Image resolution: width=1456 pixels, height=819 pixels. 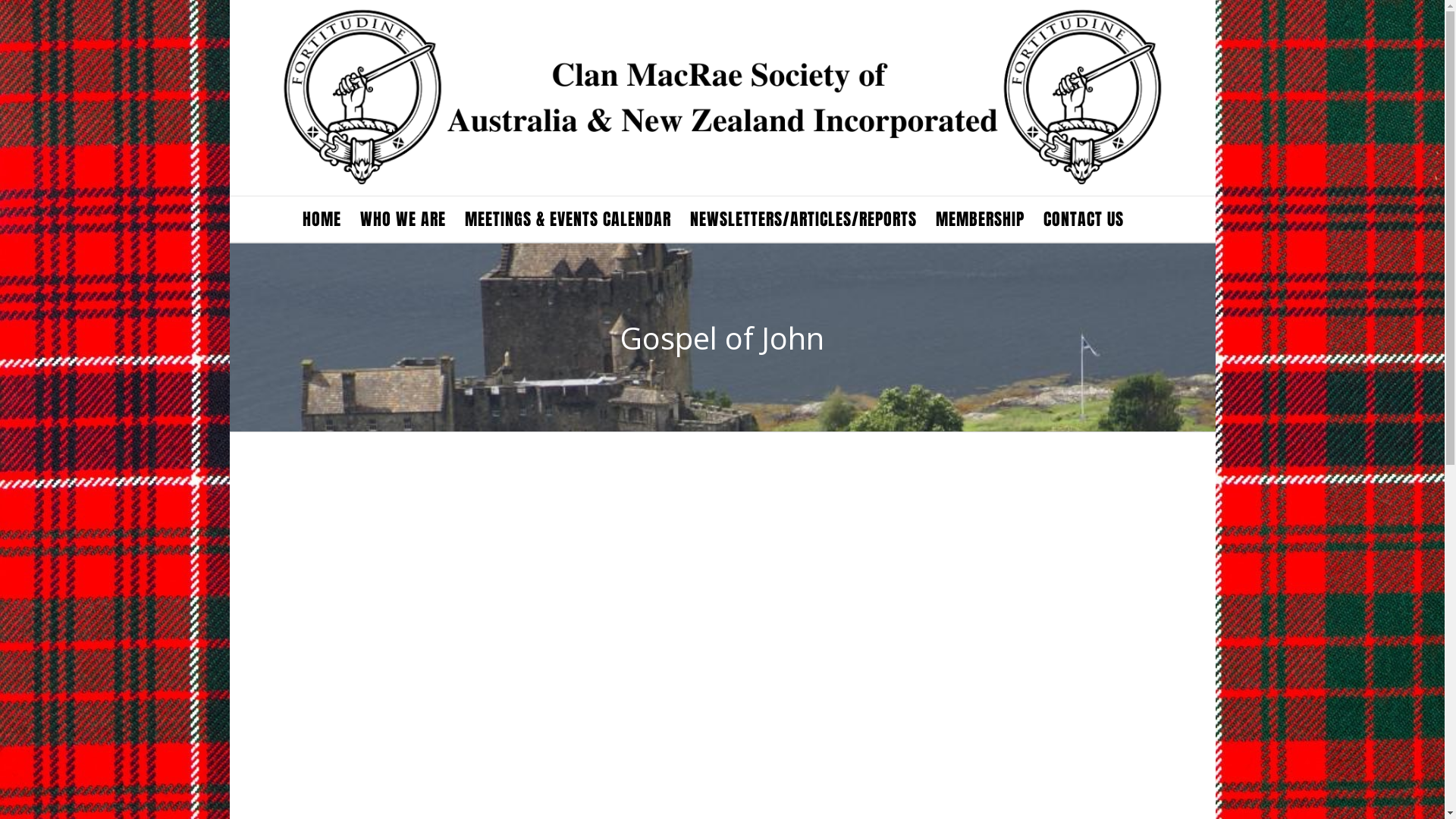 I want to click on 'MEETINGS & EVENTS CALENDAR', so click(x=566, y=219).